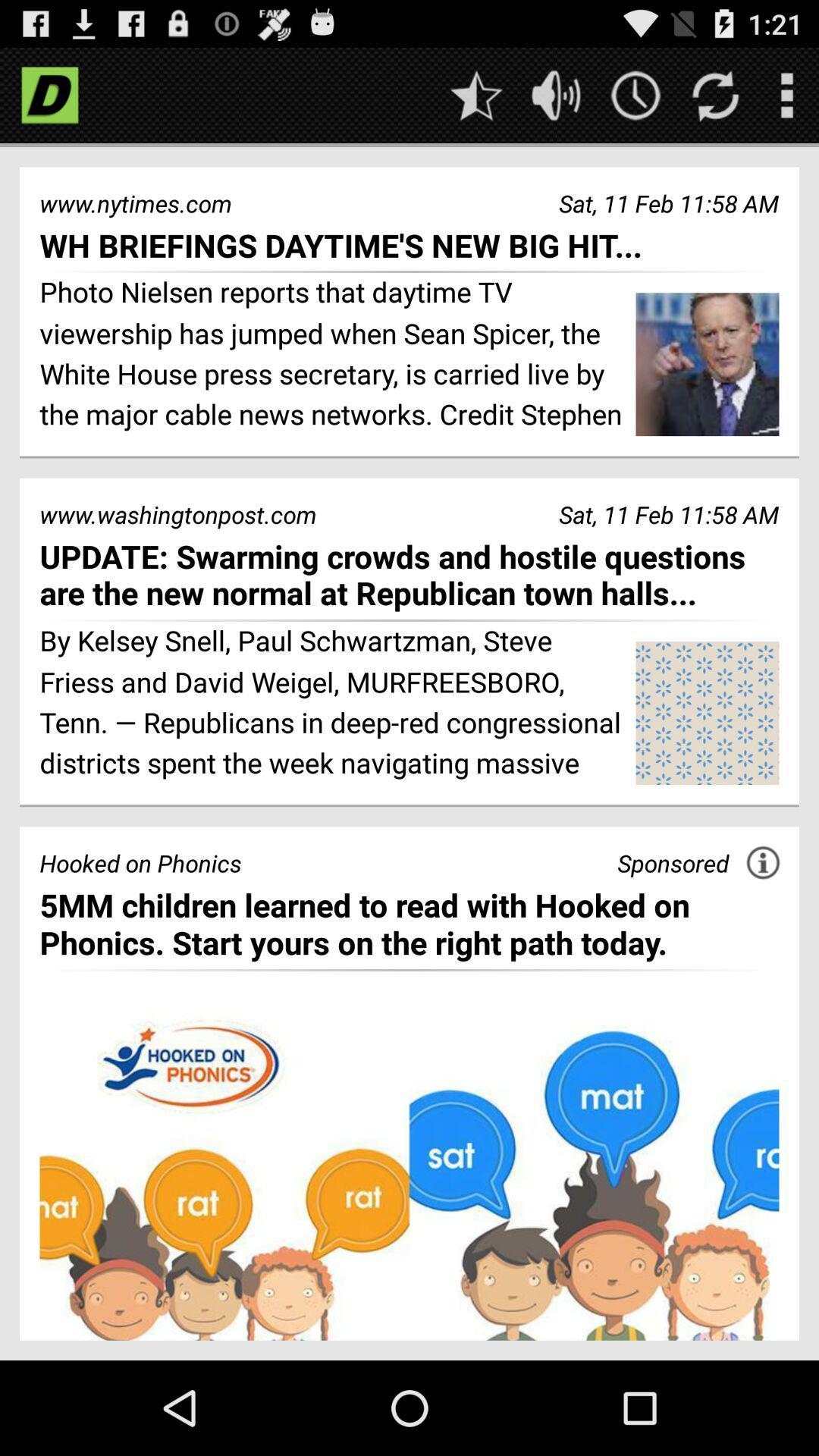  Describe the element at coordinates (409, 245) in the screenshot. I see `the wh briefings daytime app` at that location.